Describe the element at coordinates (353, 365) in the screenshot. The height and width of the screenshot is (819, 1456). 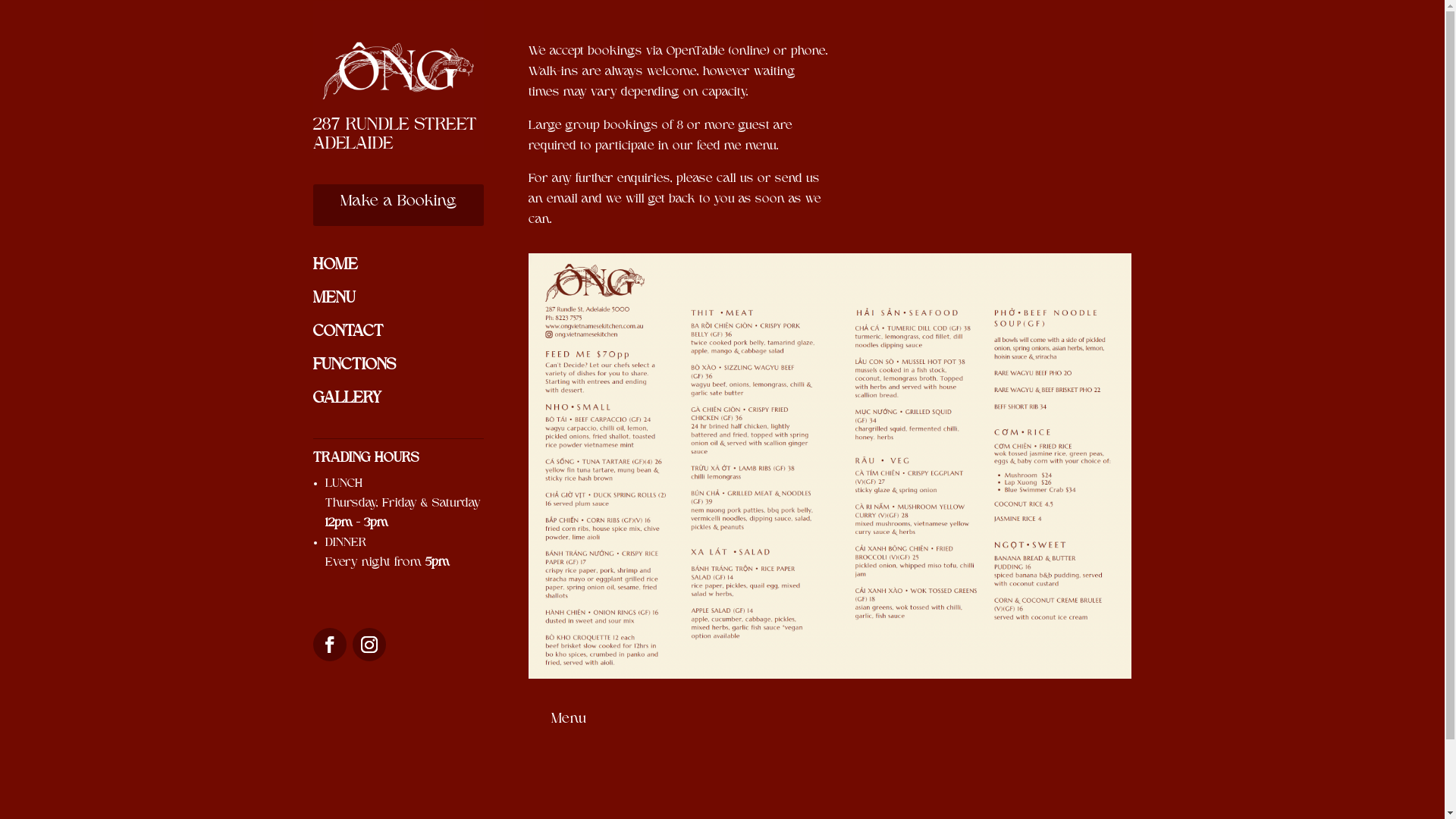
I see `'FUNCTIONS'` at that location.